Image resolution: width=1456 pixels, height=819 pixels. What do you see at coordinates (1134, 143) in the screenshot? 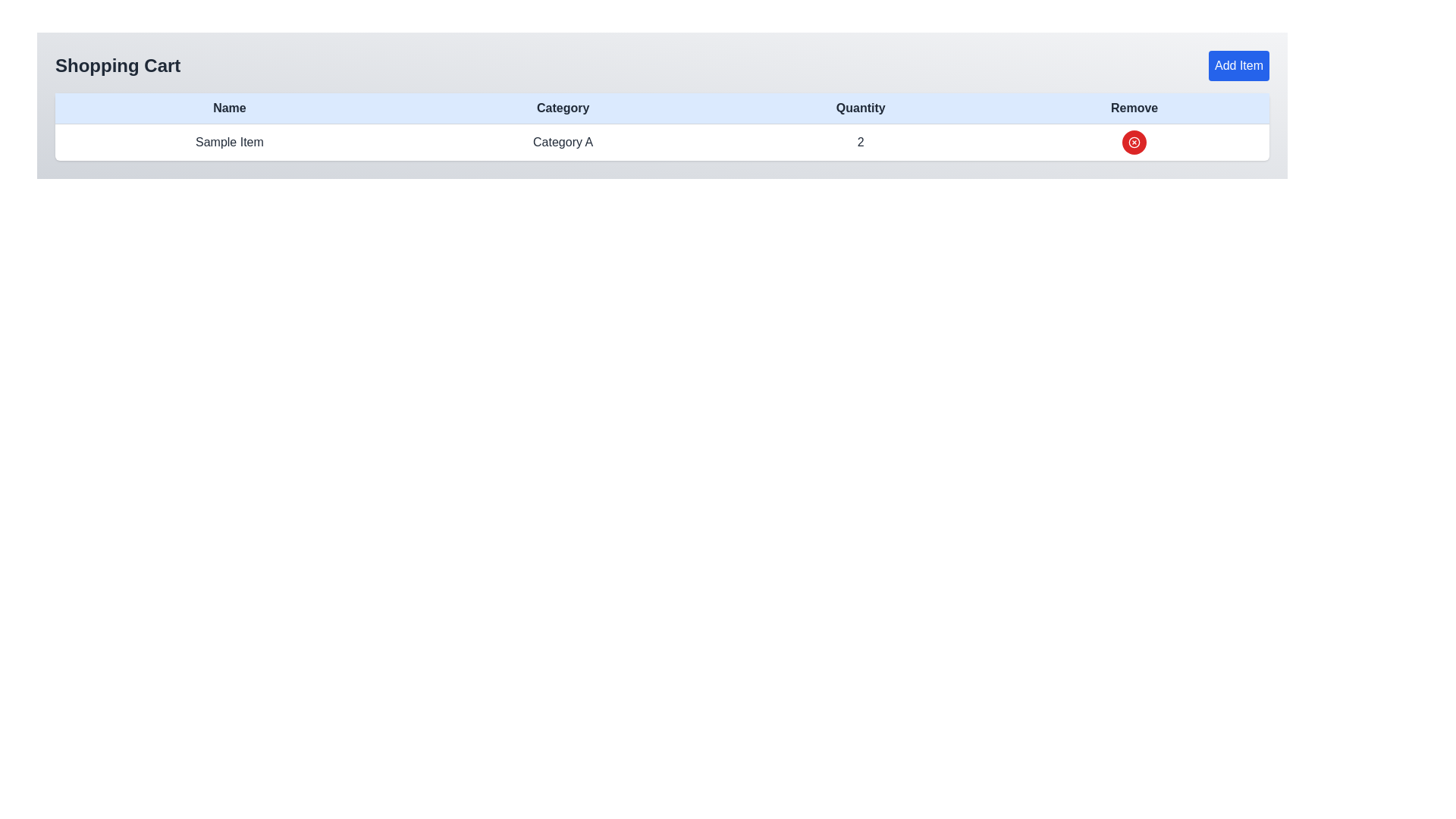
I see `the circular red button with a white X icon located in the last column under the 'Remove' header` at bounding box center [1134, 143].